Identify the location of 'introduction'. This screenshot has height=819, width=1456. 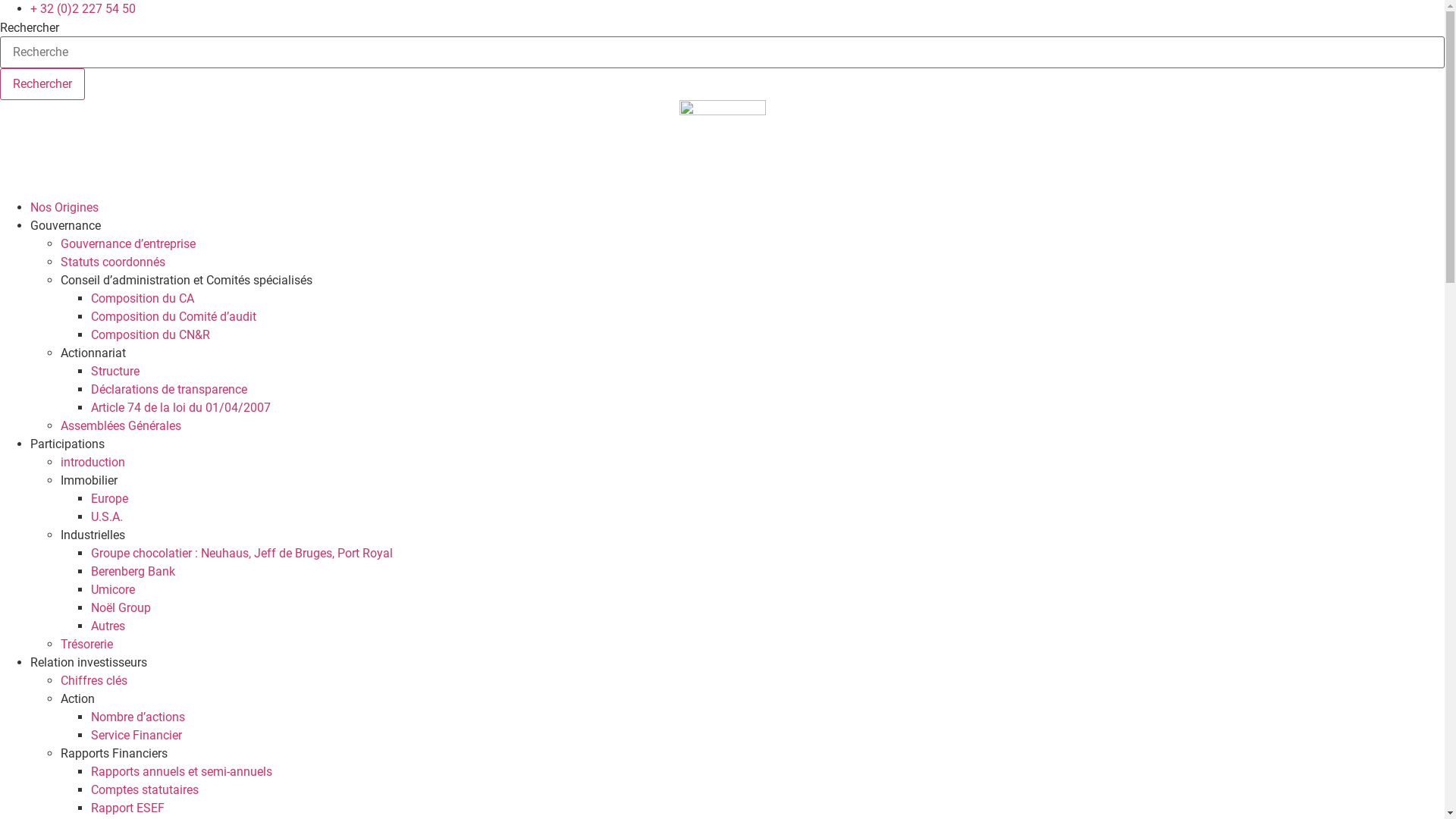
(92, 461).